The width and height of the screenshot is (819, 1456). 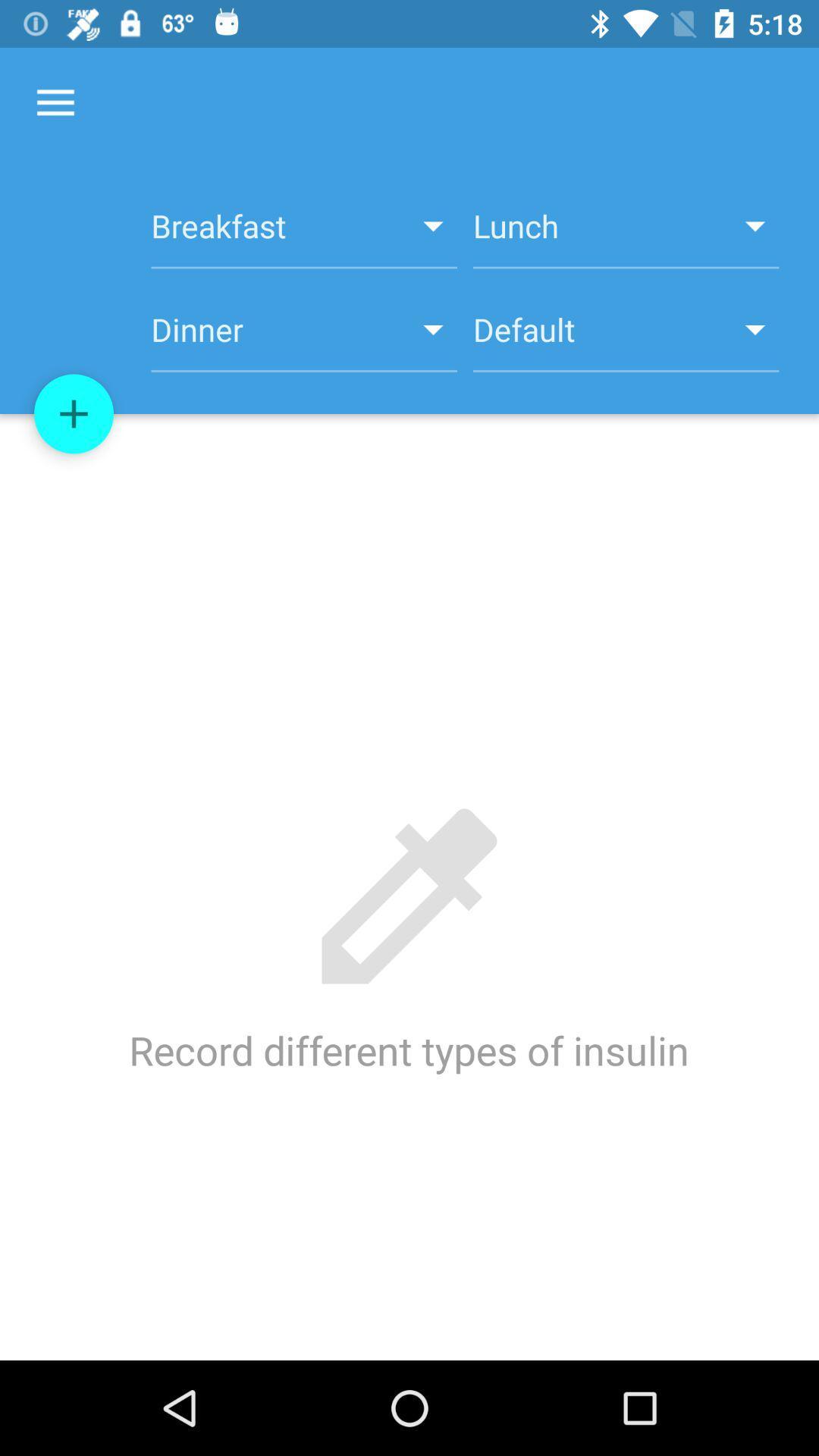 What do you see at coordinates (74, 414) in the screenshot?
I see `record` at bounding box center [74, 414].